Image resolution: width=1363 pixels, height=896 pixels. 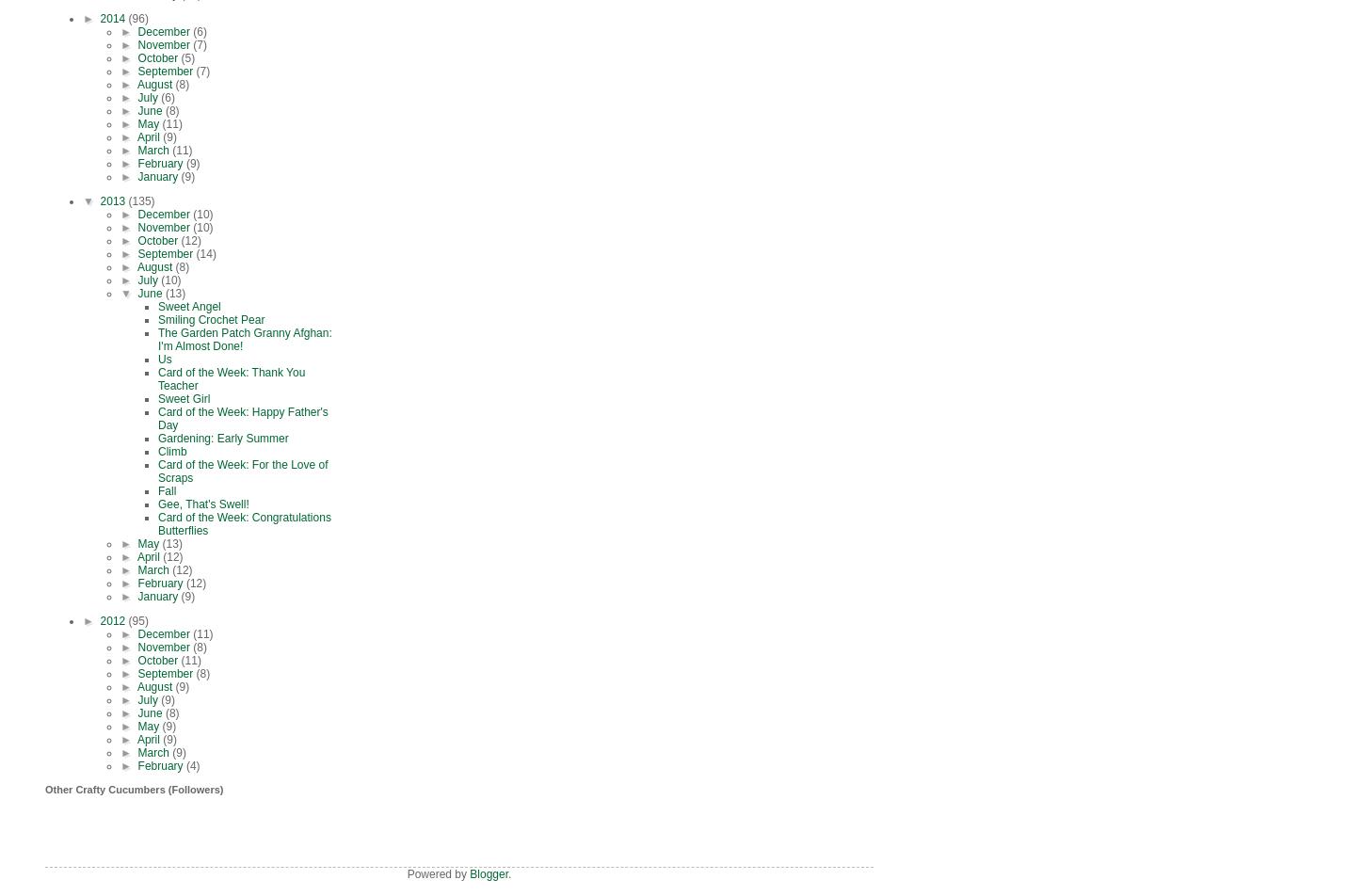 What do you see at coordinates (192, 765) in the screenshot?
I see `'(4)'` at bounding box center [192, 765].